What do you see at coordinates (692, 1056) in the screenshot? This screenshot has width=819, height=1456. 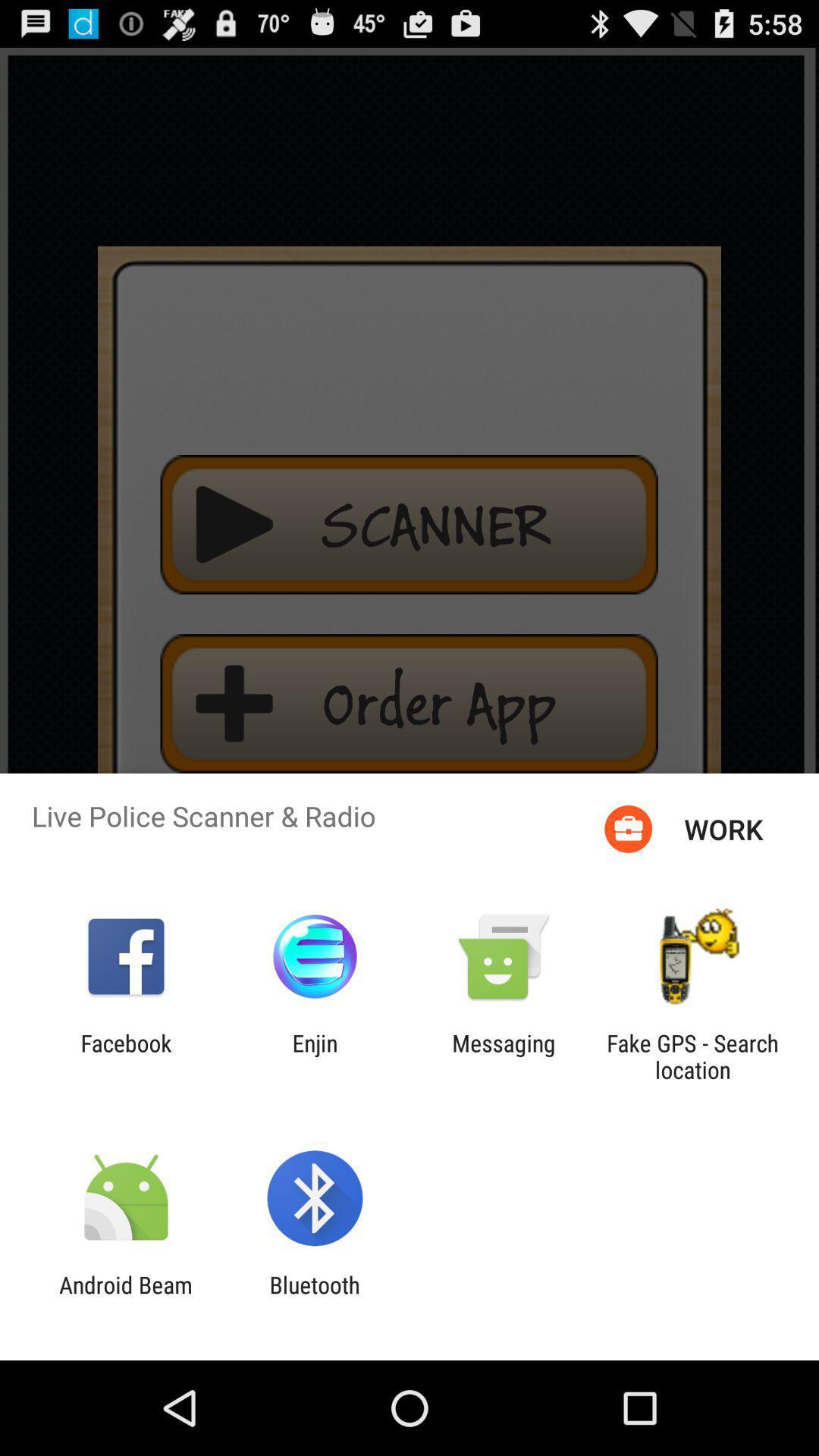 I see `the fake gps search` at bounding box center [692, 1056].